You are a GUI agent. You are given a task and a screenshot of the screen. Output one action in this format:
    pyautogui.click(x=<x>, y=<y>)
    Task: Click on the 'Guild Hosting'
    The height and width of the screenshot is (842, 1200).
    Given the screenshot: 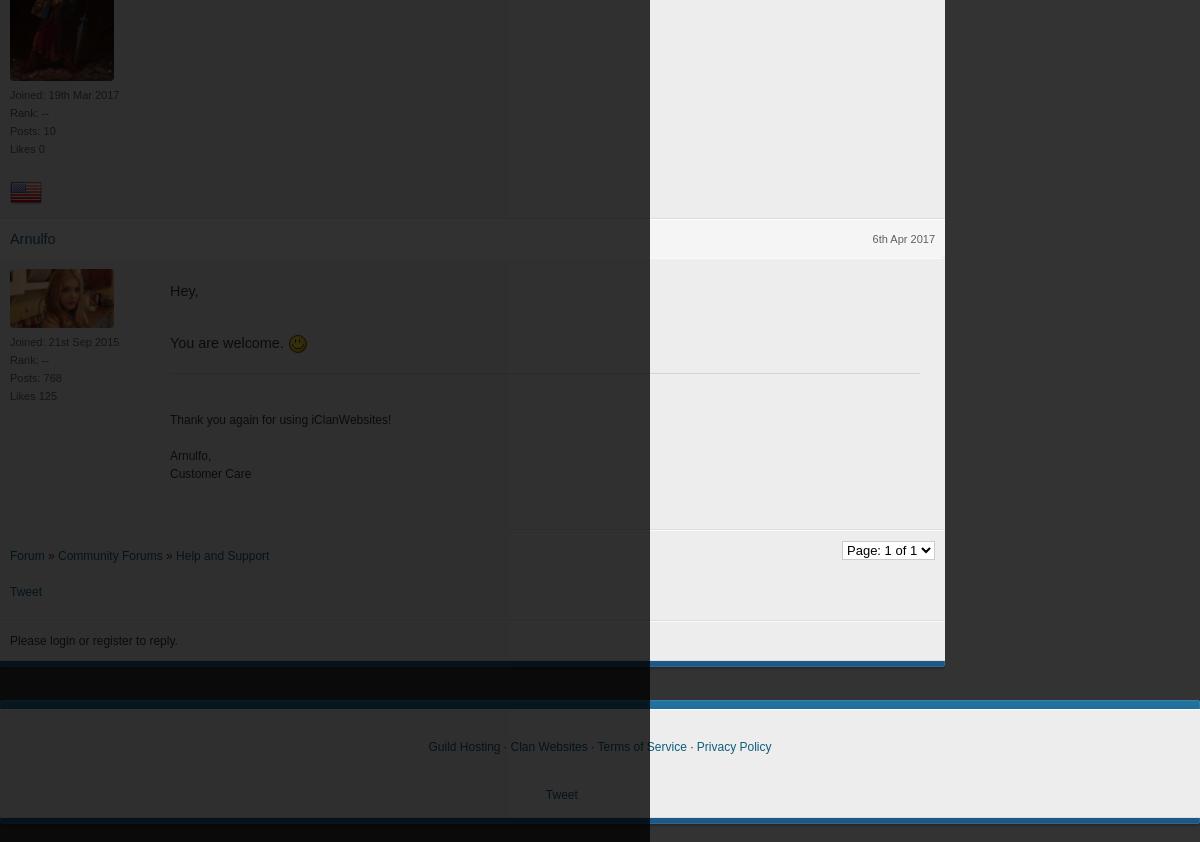 What is the action you would take?
    pyautogui.click(x=463, y=747)
    